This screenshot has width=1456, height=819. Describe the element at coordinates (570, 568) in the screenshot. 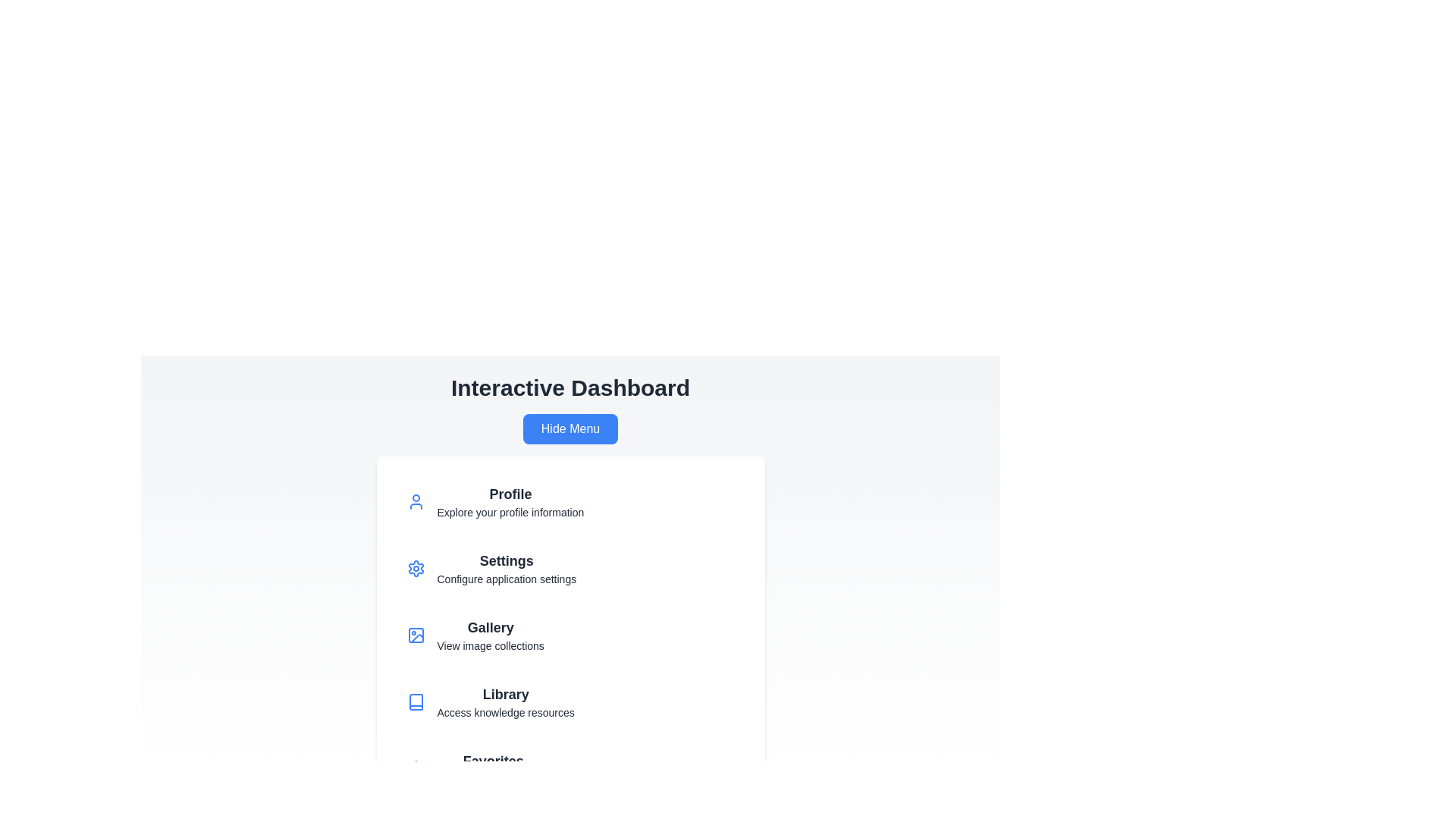

I see `the menu item Settings by clicking on it` at that location.